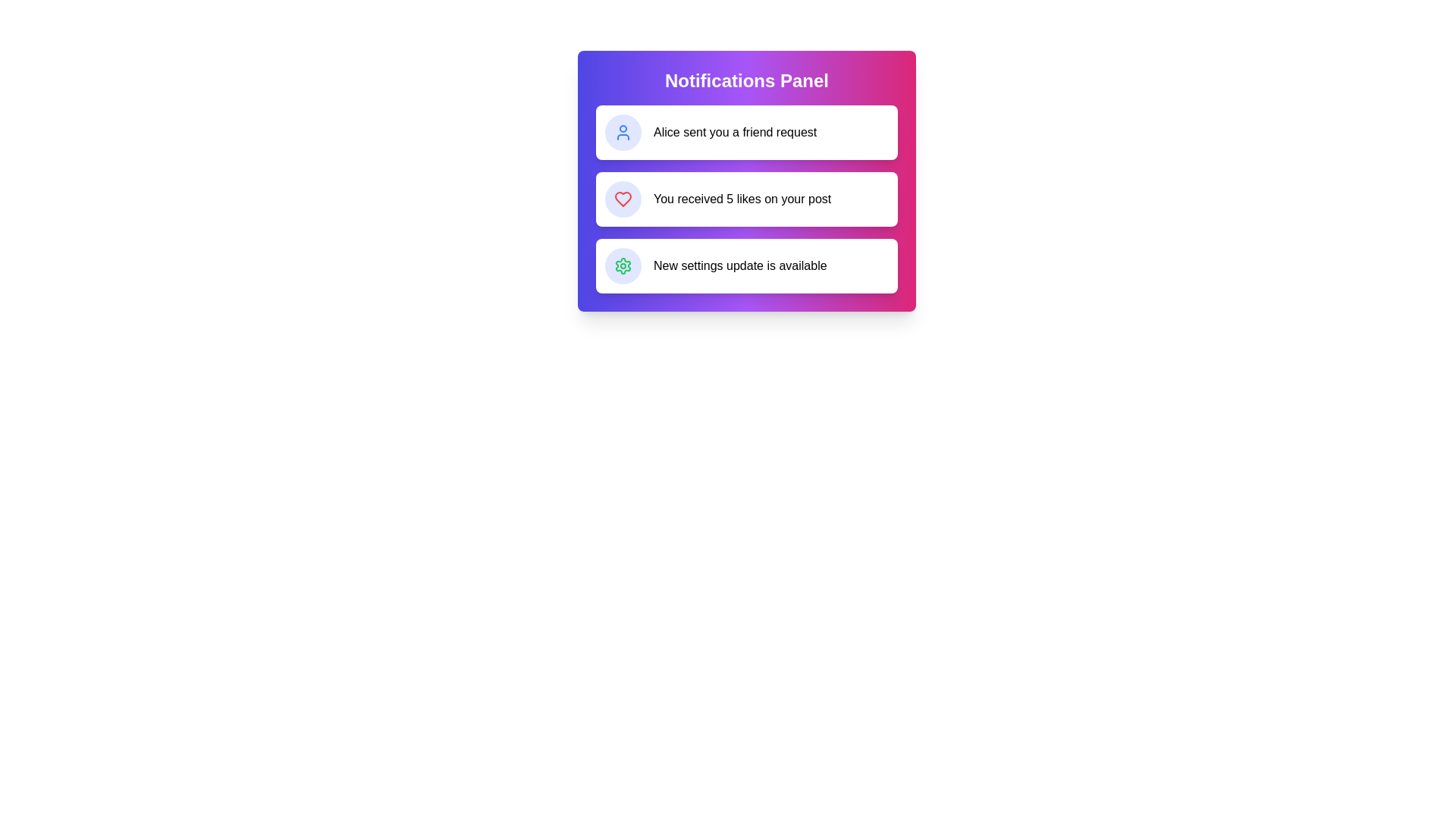 The image size is (1456, 819). What do you see at coordinates (623, 131) in the screenshot?
I see `the Profile Icon, which is a 24x24 pixel blue icon located at the top-left corner of the notification panel, to the left of the text 'Alice sent you a friend request.'` at bounding box center [623, 131].